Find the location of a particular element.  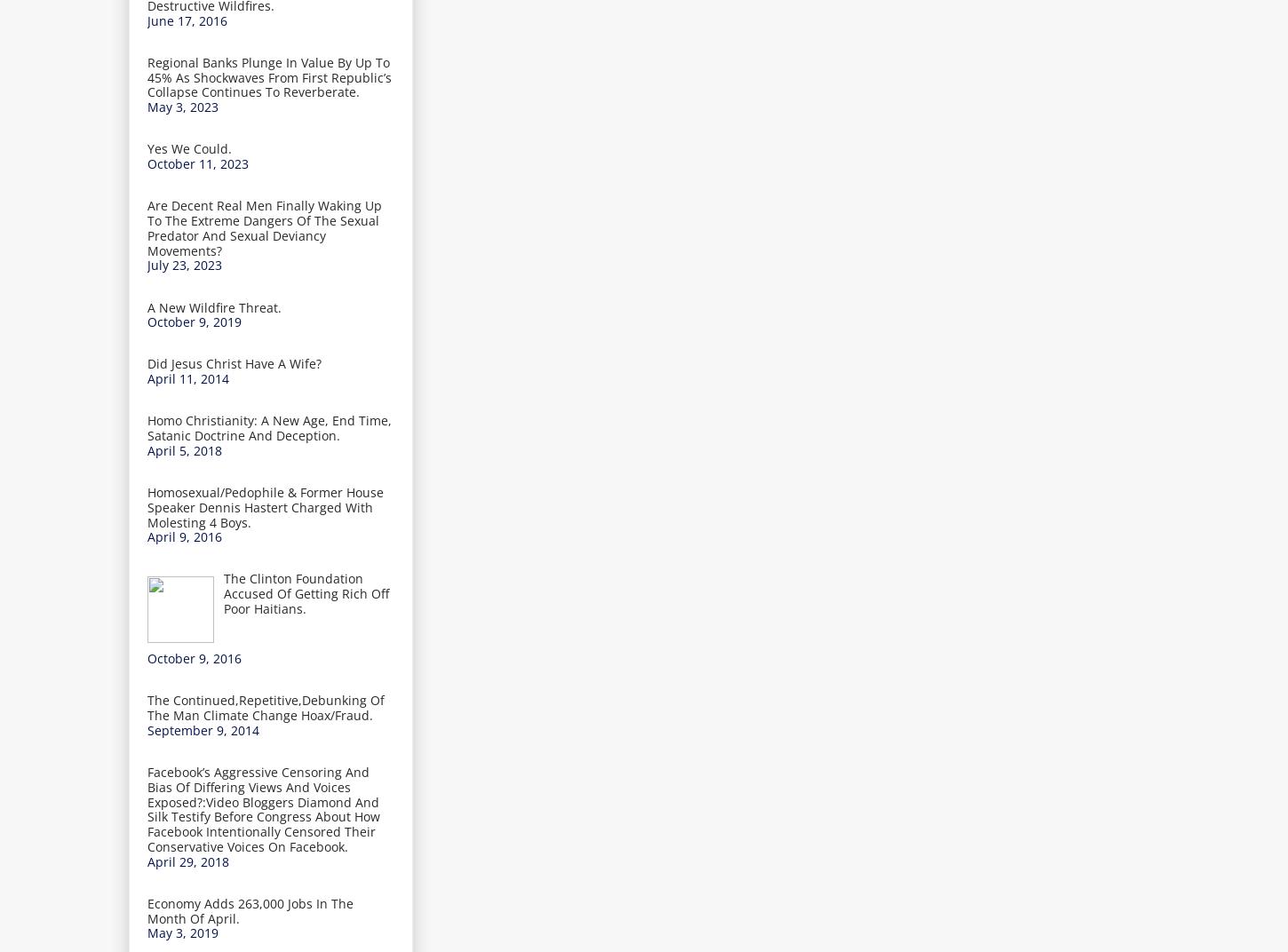

'May 3, 2019' is located at coordinates (182, 932).